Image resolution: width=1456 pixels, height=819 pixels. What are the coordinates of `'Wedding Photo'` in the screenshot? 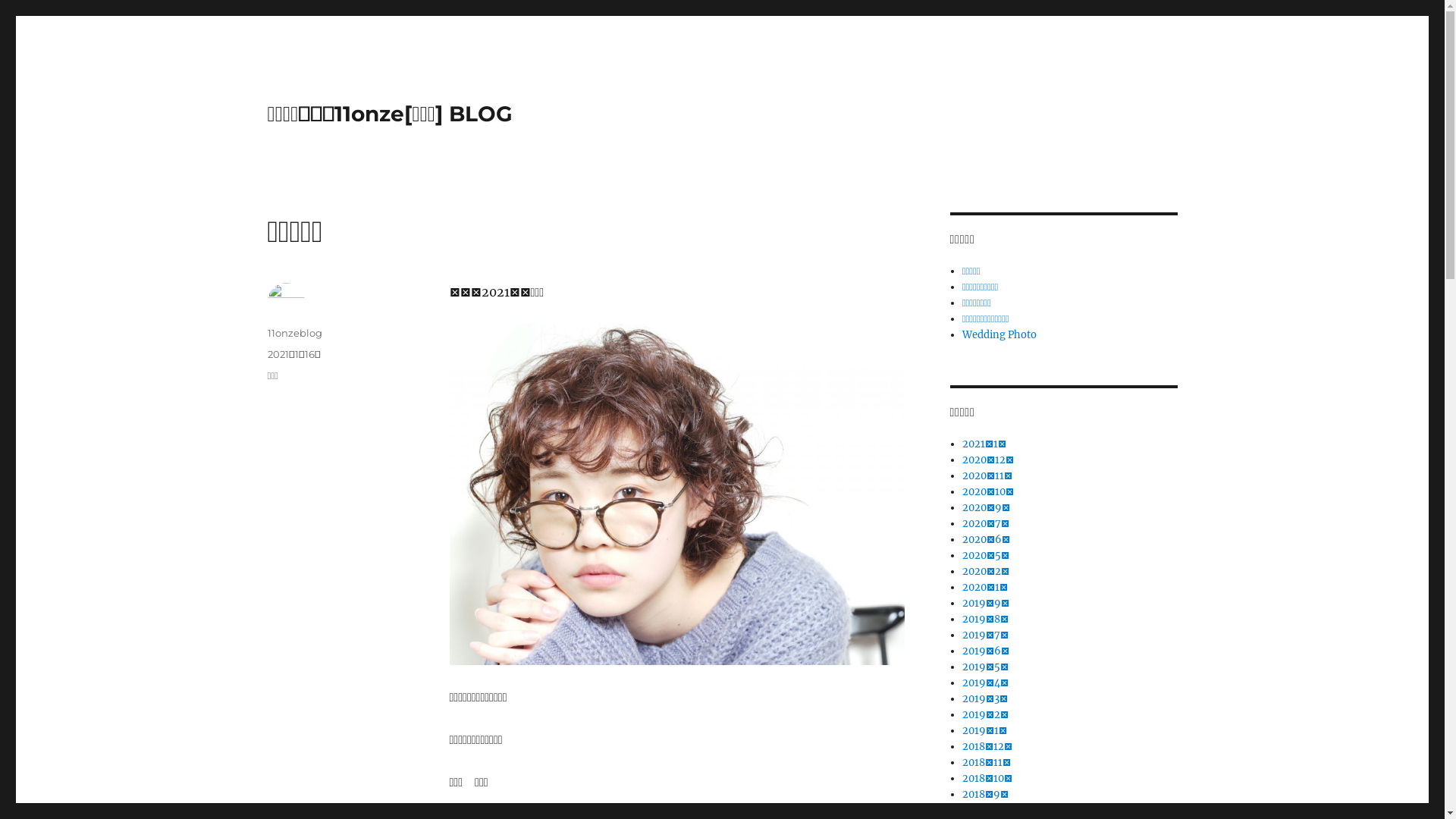 It's located at (999, 334).